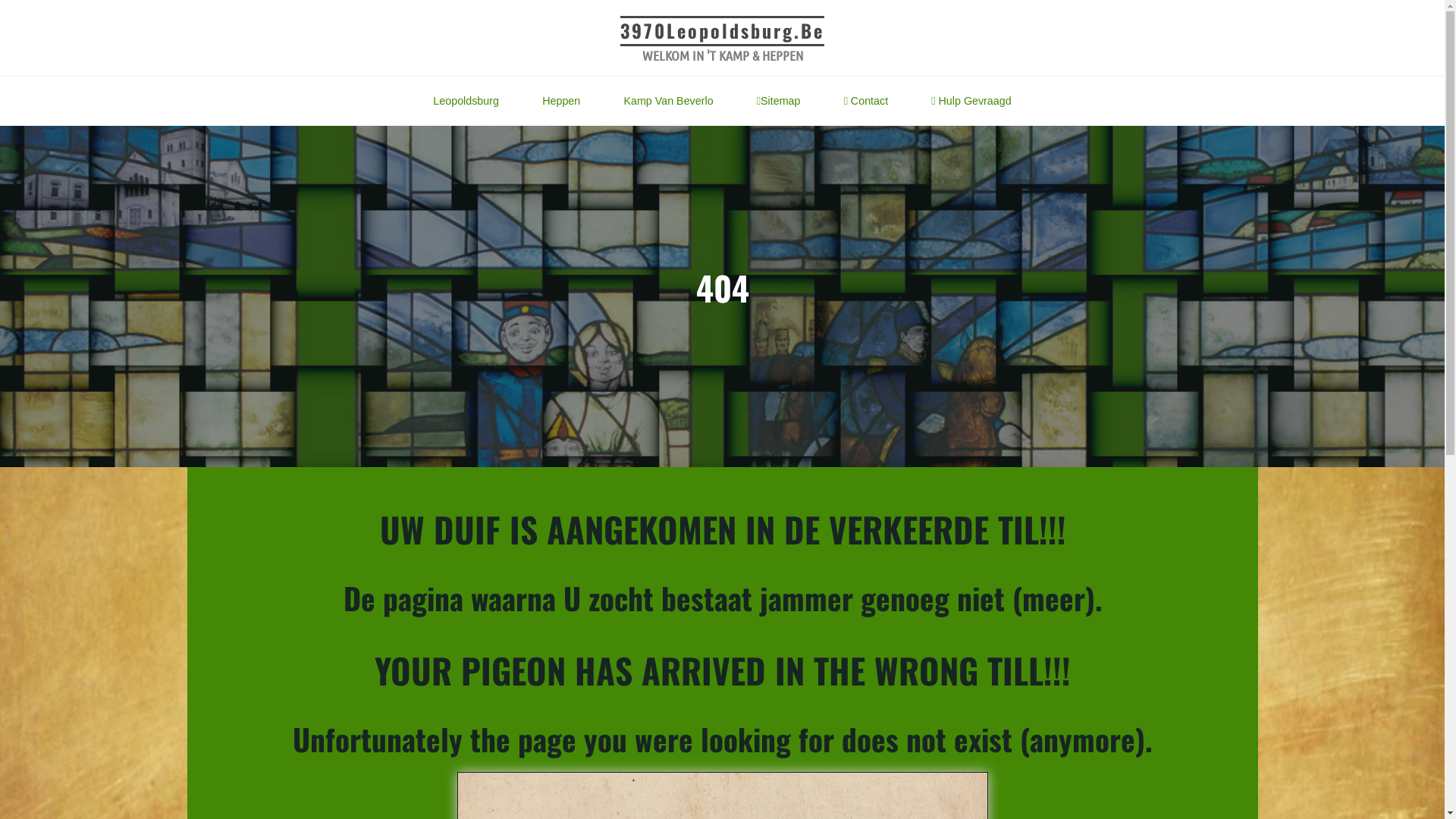 The width and height of the screenshot is (1456, 819). Describe the element at coordinates (601, 101) in the screenshot. I see `'Kamp Van Beverlo'` at that location.